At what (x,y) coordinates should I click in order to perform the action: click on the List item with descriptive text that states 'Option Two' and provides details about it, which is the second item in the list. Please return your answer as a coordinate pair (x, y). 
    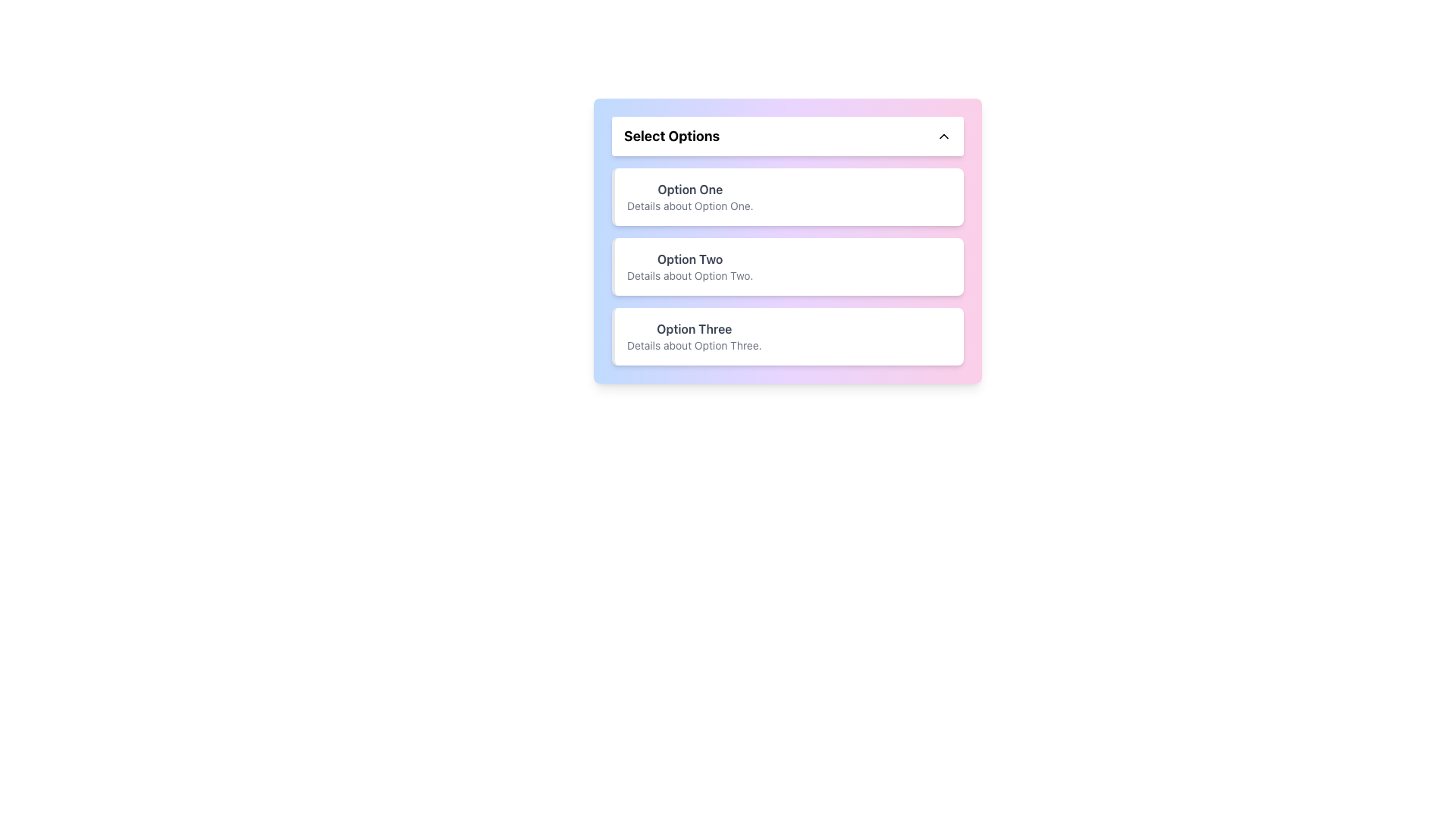
    Looking at the image, I should click on (689, 265).